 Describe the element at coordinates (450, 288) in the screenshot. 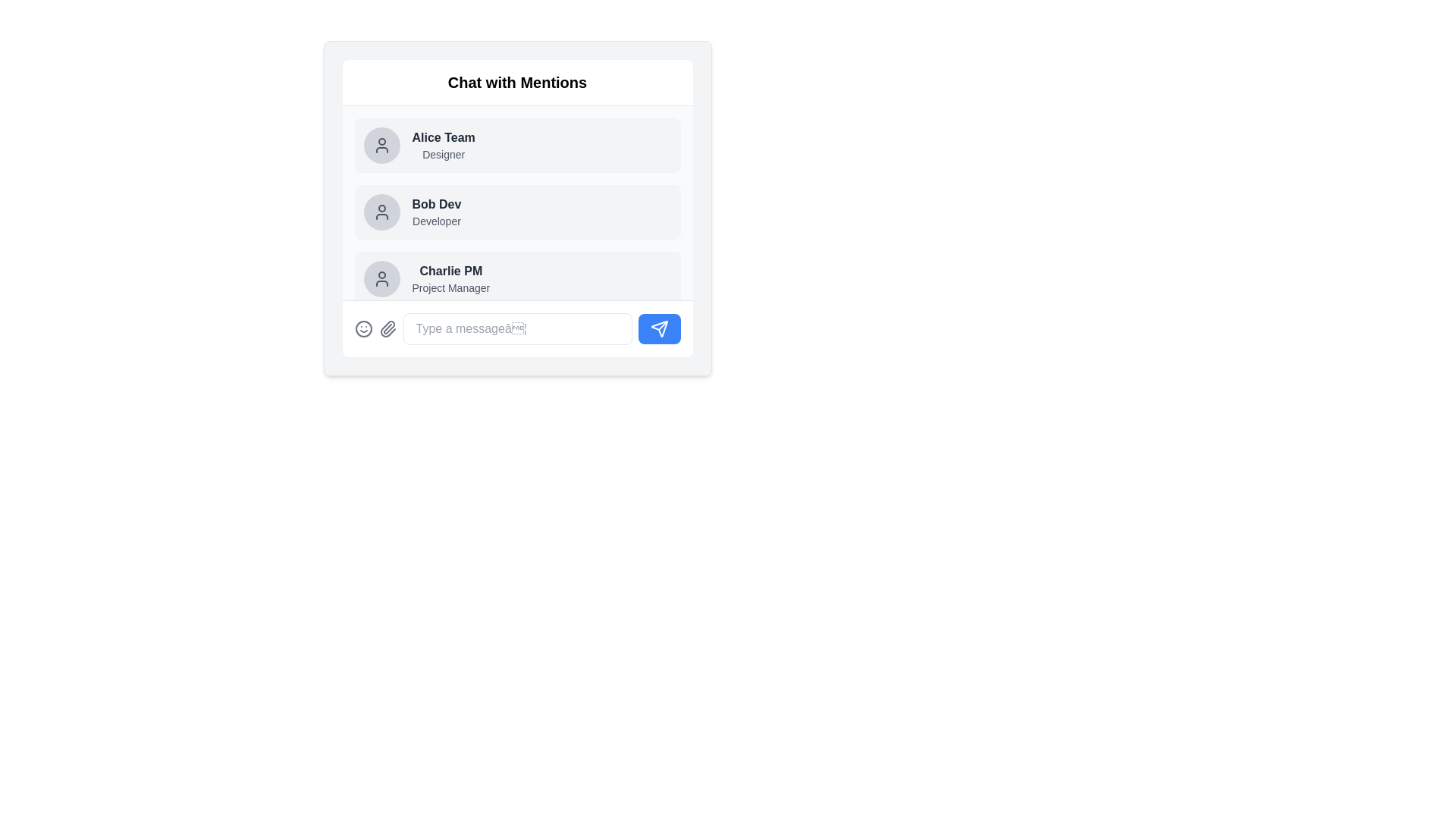

I see `descriptor text located directly beneath 'Charlie PM' in the chat panel, which serves as supplementary information for the list entry` at that location.